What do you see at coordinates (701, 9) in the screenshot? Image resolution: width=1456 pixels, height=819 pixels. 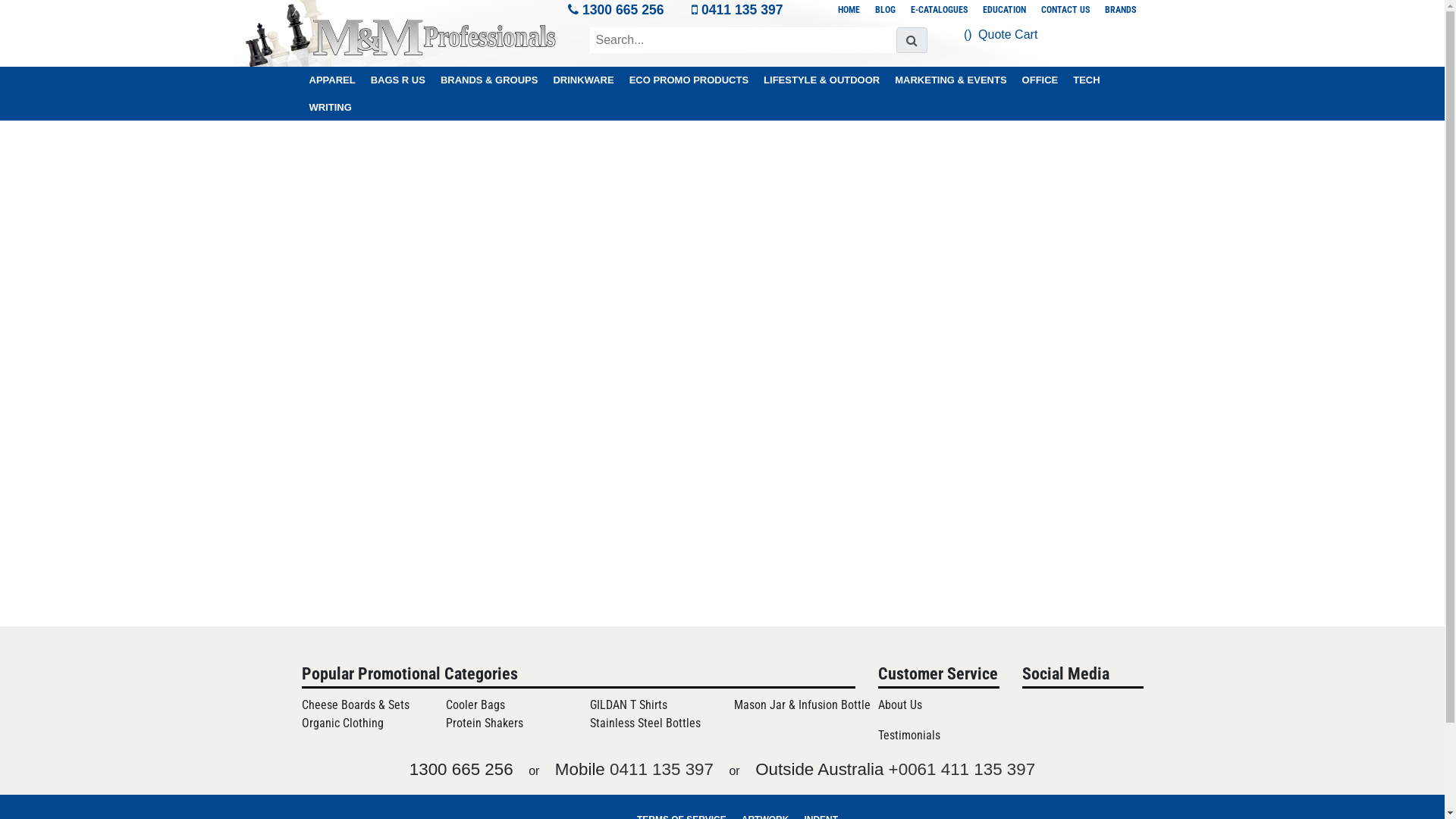 I see `'0411 135 397'` at bounding box center [701, 9].